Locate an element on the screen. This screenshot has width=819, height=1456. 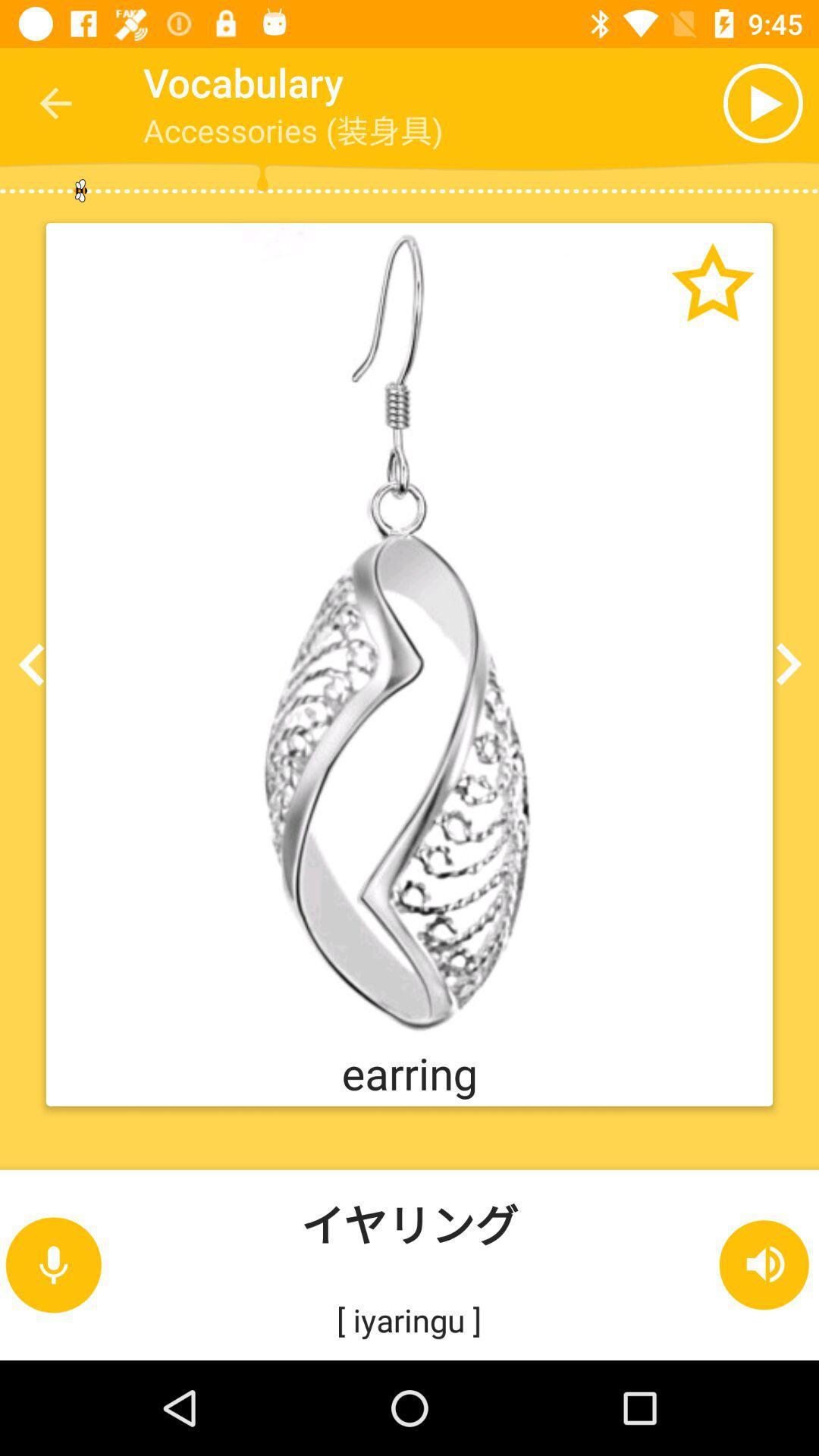
the volume icon is located at coordinates (765, 1265).